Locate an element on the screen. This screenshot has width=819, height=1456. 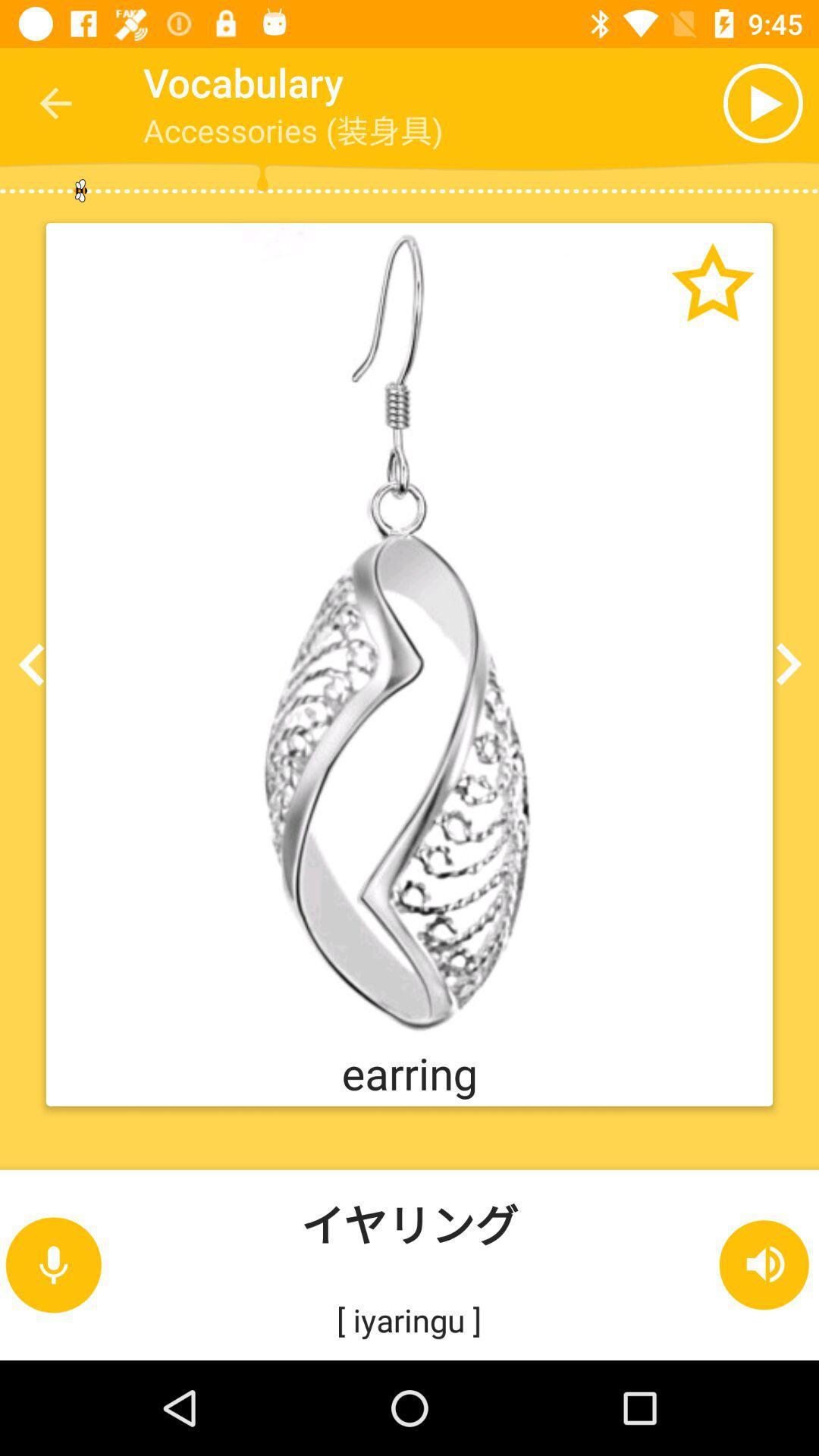
the volume icon is located at coordinates (765, 1265).